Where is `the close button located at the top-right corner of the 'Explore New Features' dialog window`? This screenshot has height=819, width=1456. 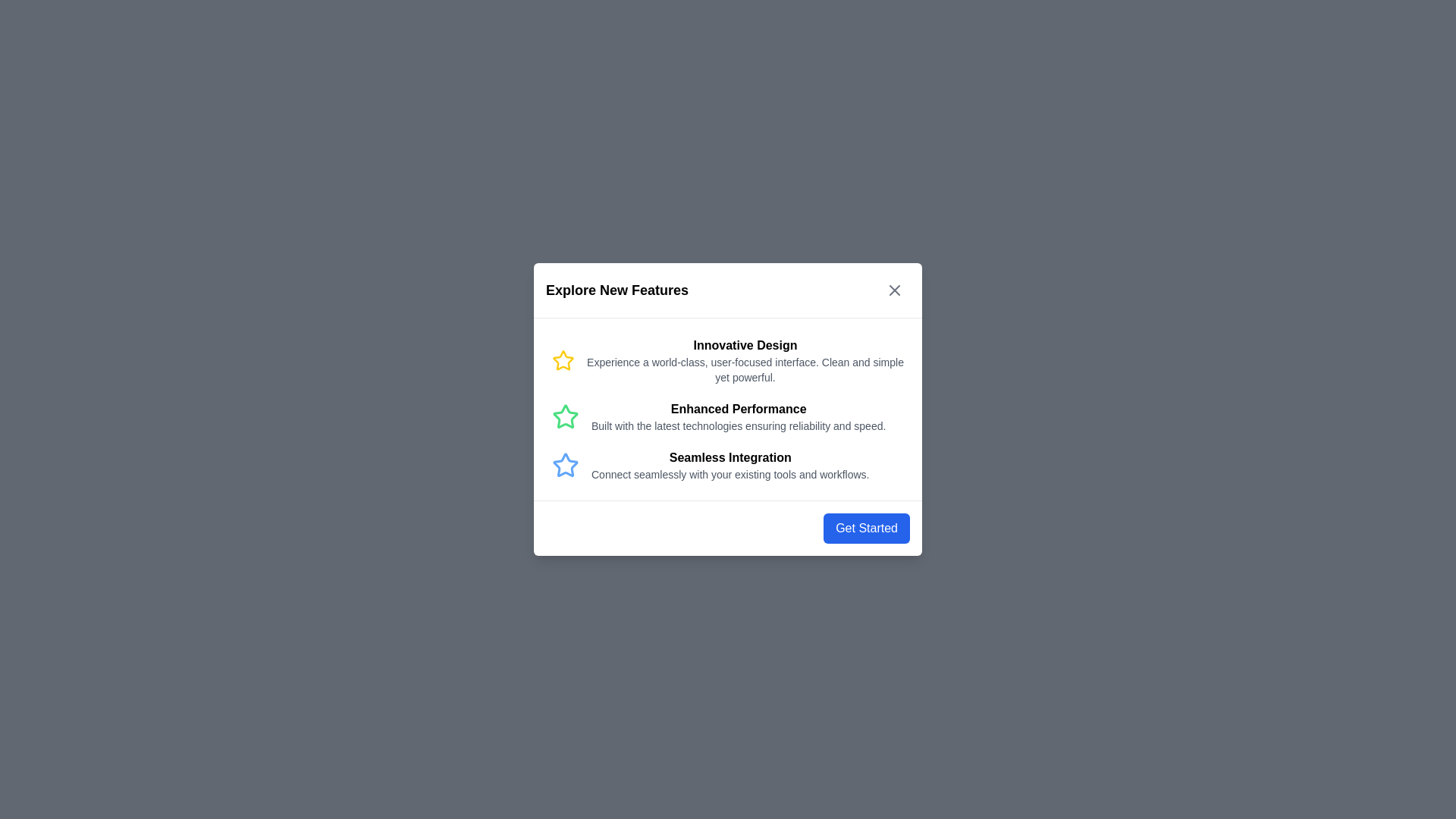 the close button located at the top-right corner of the 'Explore New Features' dialog window is located at coordinates (895, 290).